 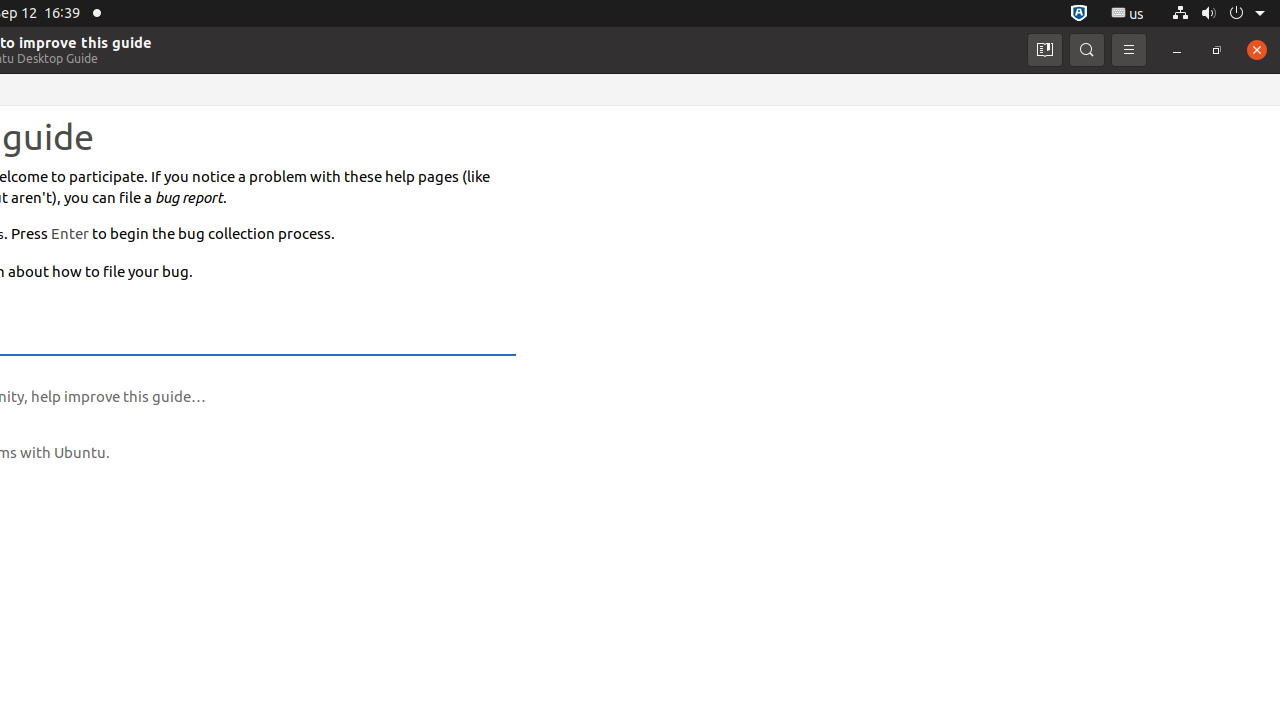 What do you see at coordinates (1255, 48) in the screenshot?
I see `'Close'` at bounding box center [1255, 48].